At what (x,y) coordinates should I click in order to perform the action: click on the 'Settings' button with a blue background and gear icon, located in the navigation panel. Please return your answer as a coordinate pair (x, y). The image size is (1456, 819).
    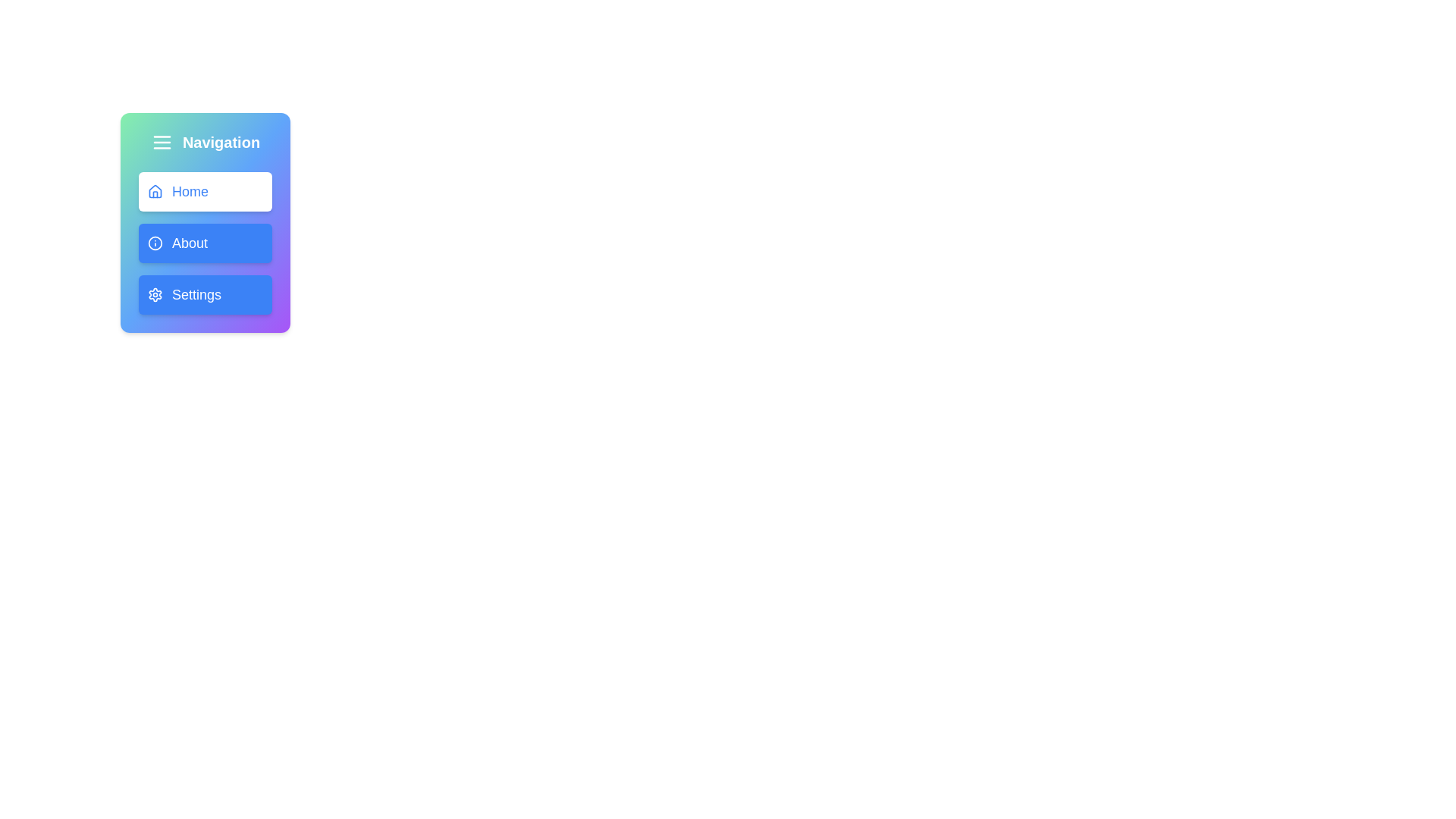
    Looking at the image, I should click on (204, 295).